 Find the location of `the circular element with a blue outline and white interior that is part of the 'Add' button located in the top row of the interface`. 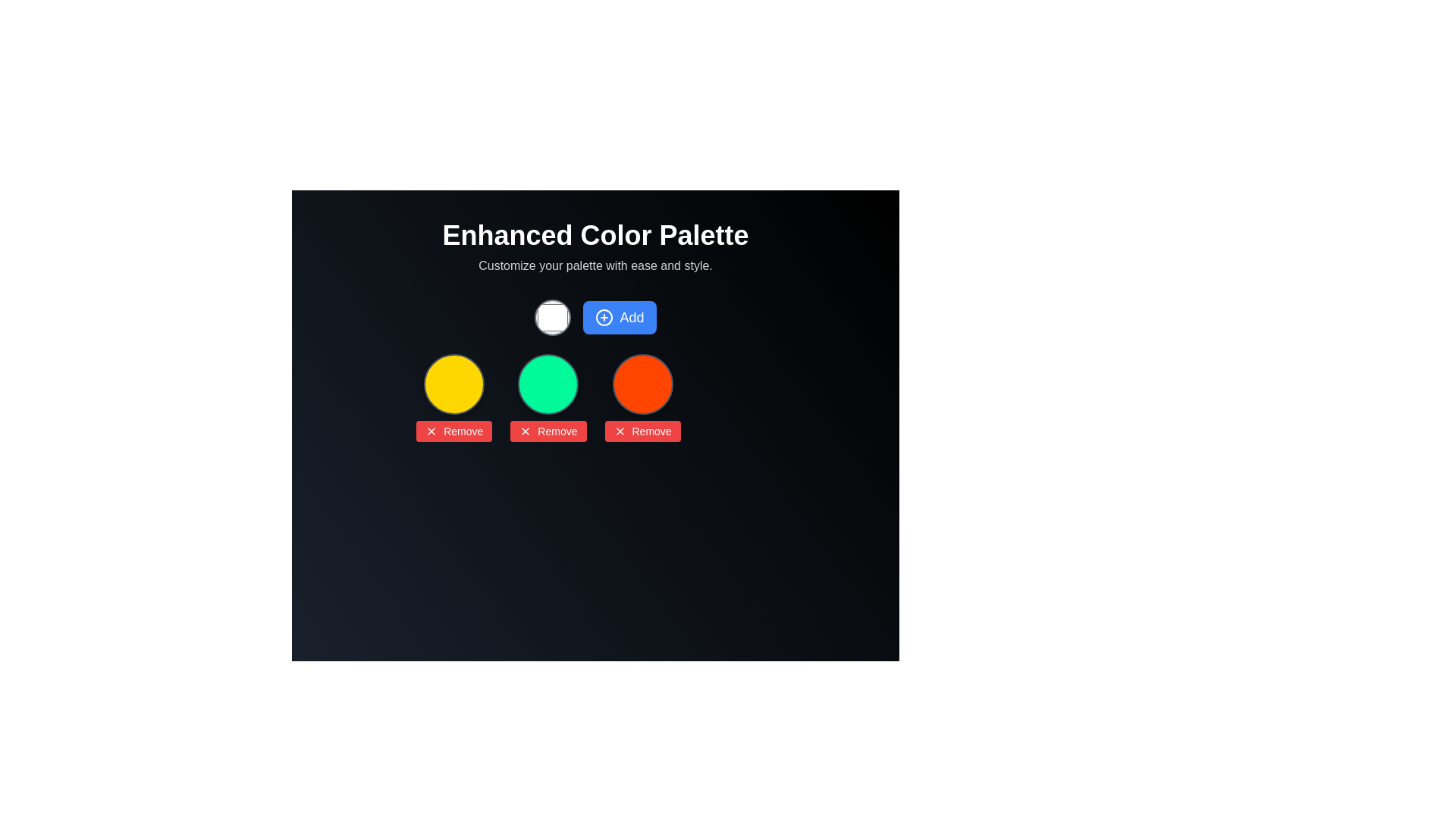

the circular element with a blue outline and white interior that is part of the 'Add' button located in the top row of the interface is located at coordinates (604, 317).